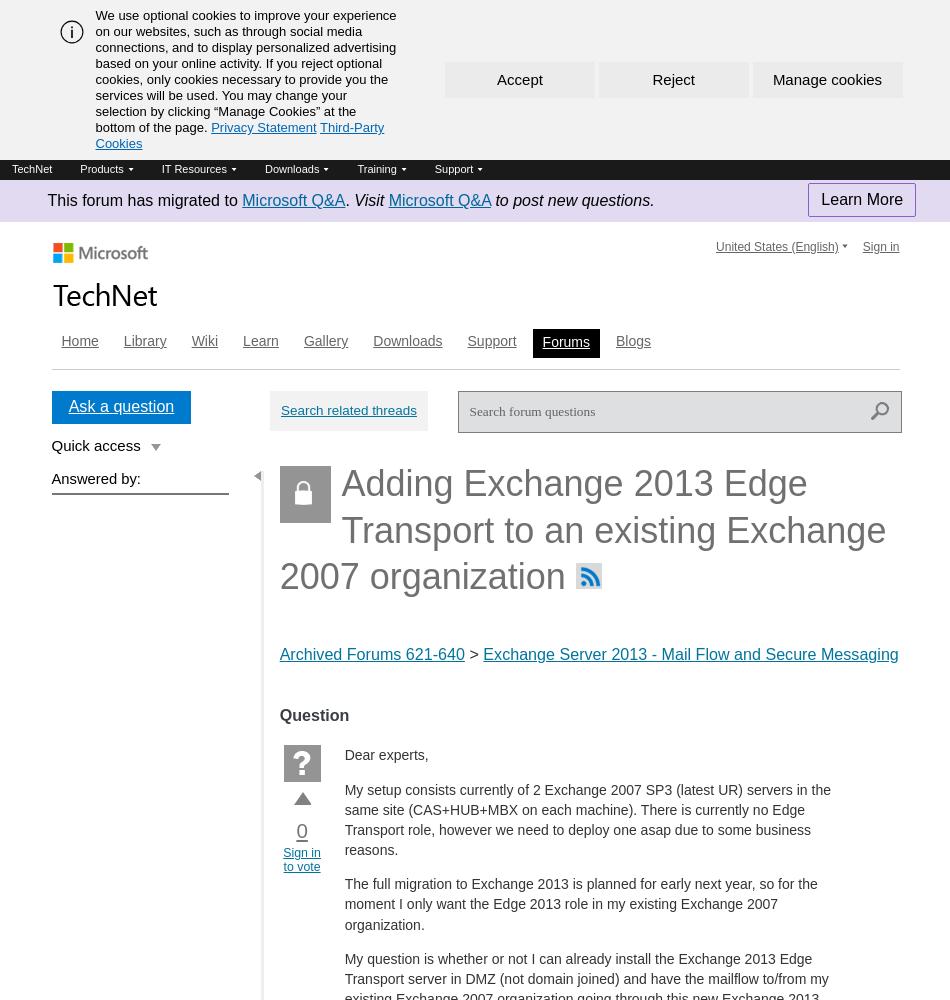  Describe the element at coordinates (144, 199) in the screenshot. I see `'This forum has migrated to'` at that location.